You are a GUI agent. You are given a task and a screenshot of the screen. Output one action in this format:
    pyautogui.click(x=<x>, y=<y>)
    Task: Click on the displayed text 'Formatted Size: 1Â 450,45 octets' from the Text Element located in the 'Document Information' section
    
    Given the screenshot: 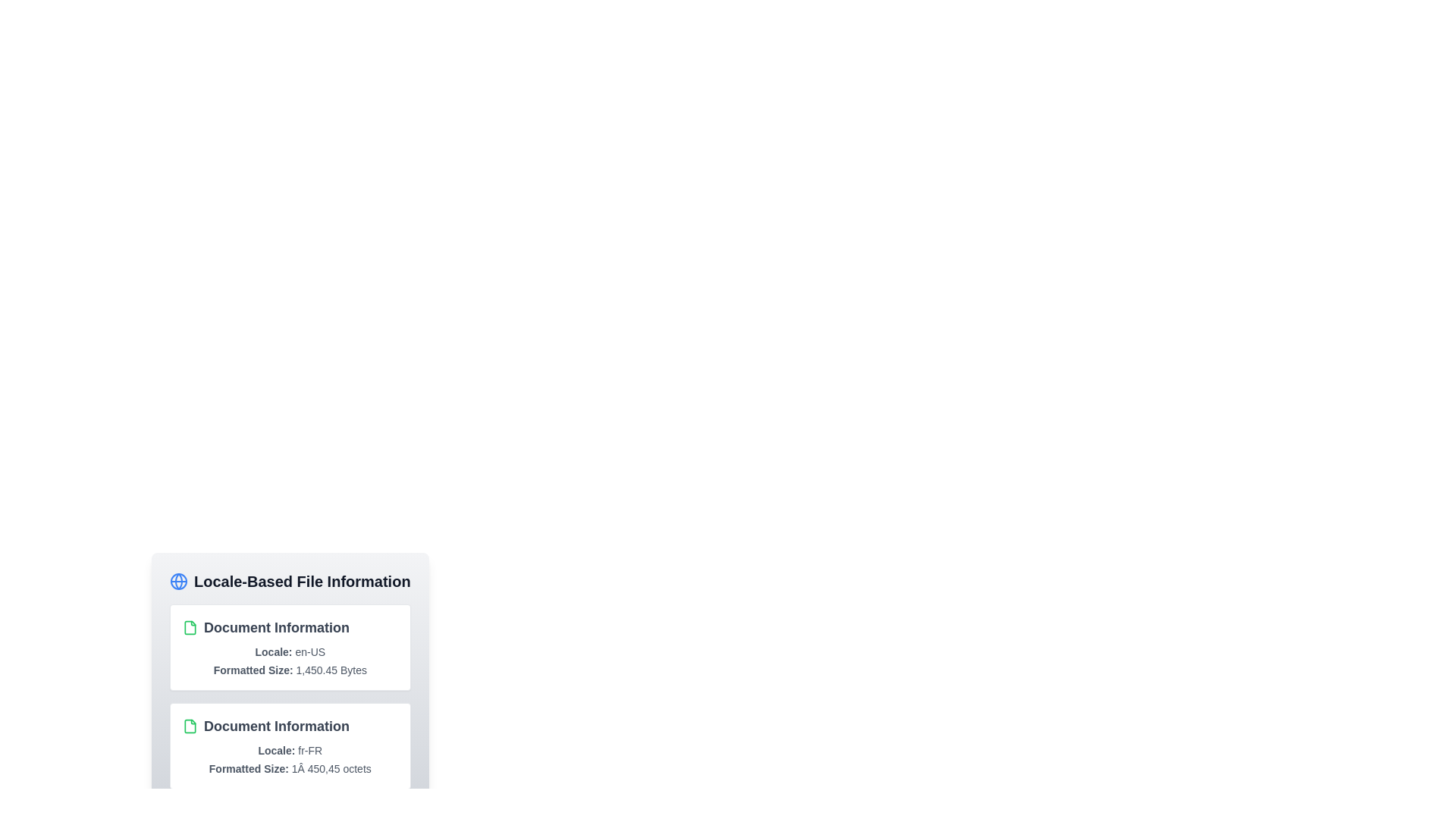 What is the action you would take?
    pyautogui.click(x=290, y=769)
    